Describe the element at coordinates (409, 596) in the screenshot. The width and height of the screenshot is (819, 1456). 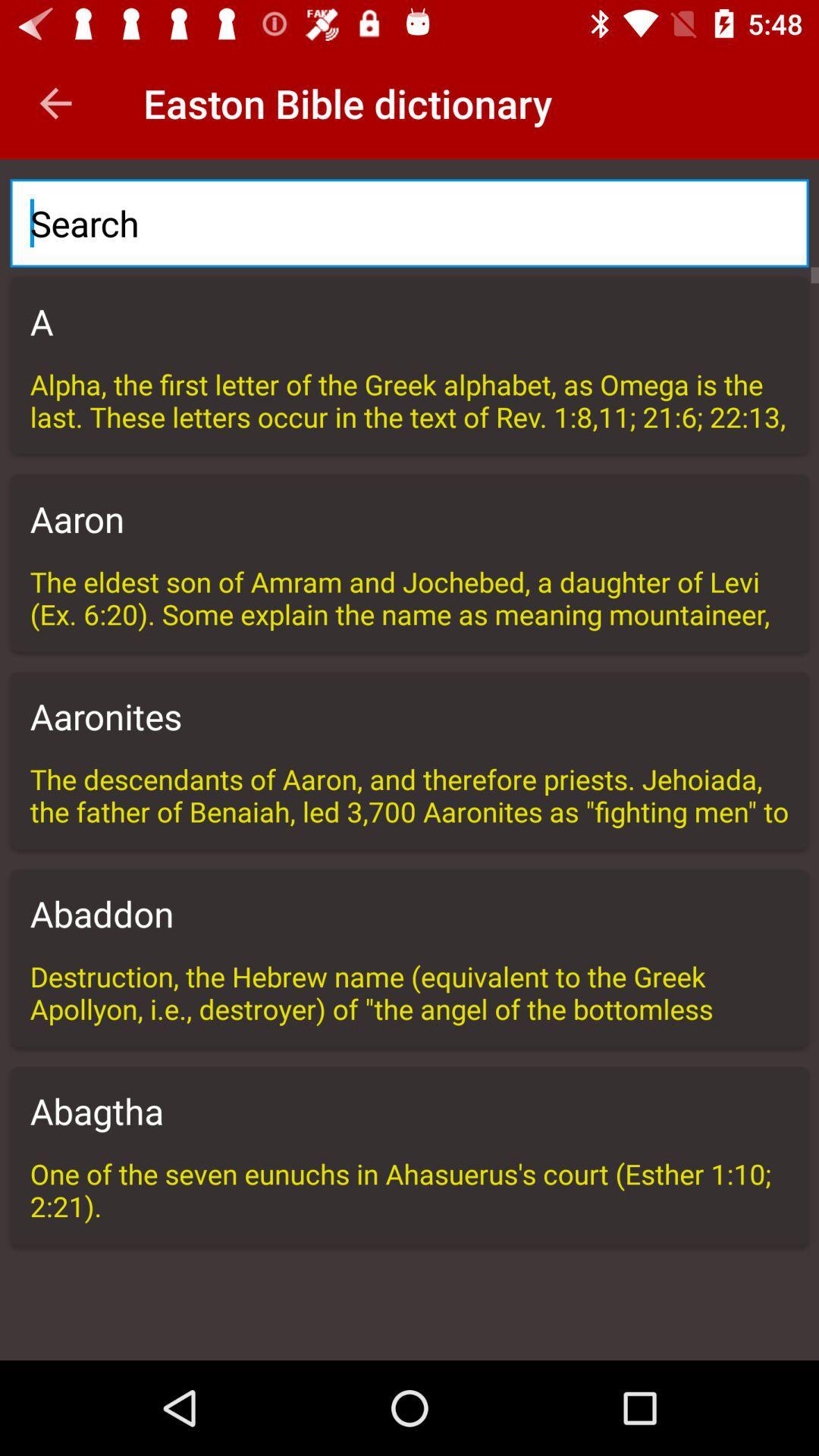
I see `item above the aaronites icon` at that location.